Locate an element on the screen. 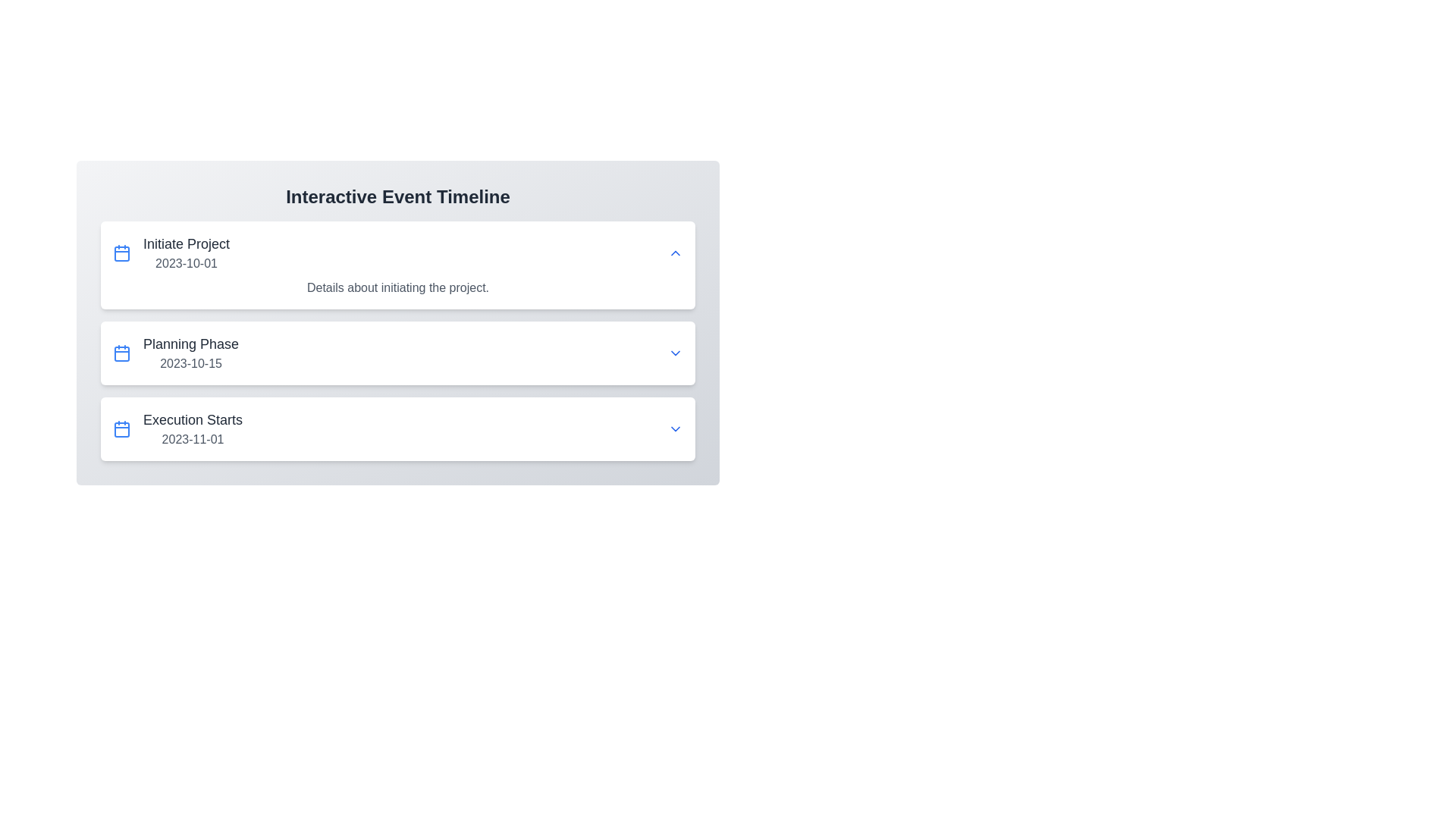  the Dropdown Toggle Button that reveals or collapses additional details related to the 'Planning Phase' is located at coordinates (675, 353).